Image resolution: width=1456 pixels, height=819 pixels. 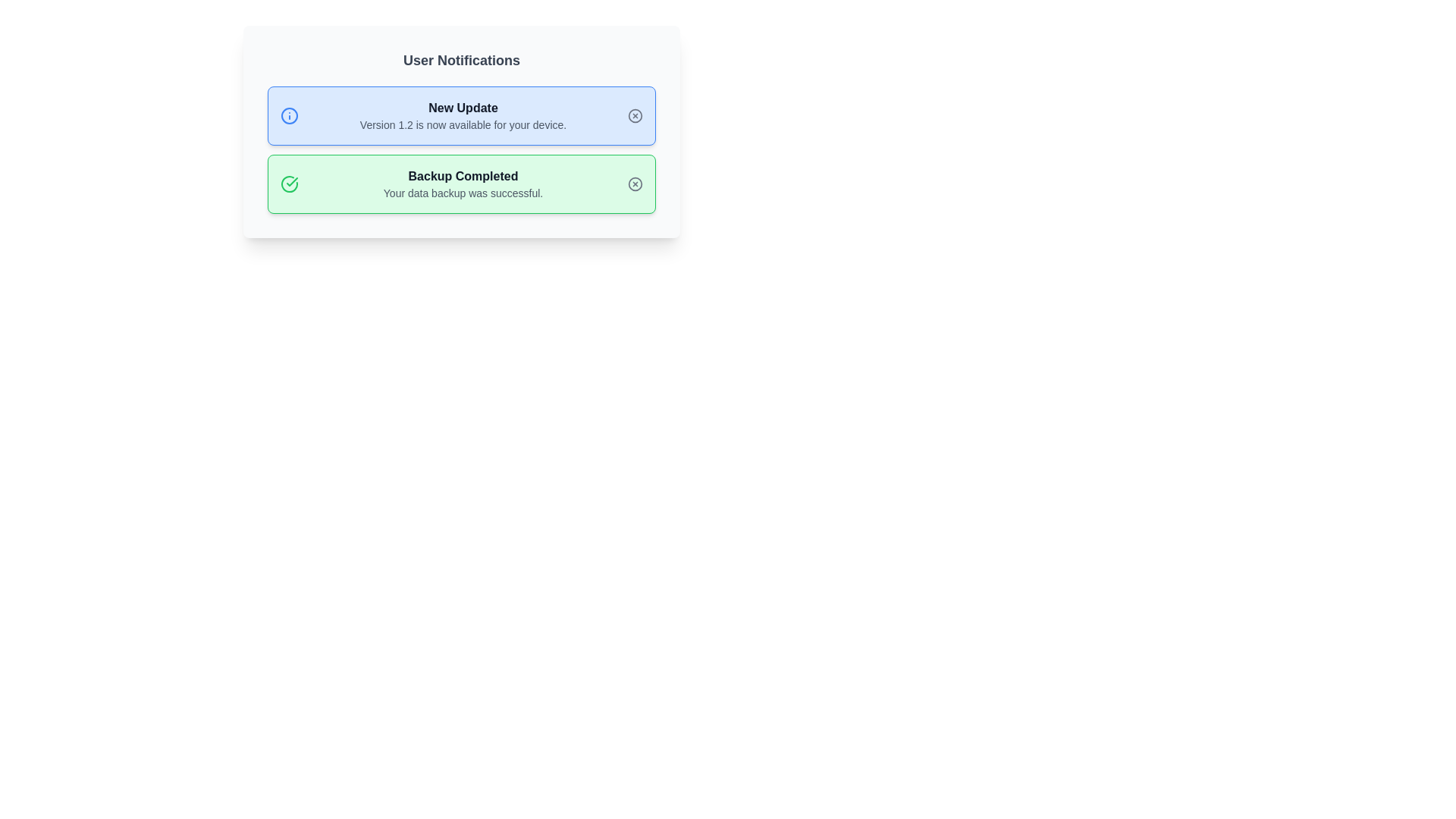 I want to click on the text block containing the title 'New Update' and the description 'Version 1.2 is now available for your device.' which is located in a light blue notification card, so click(x=462, y=115).